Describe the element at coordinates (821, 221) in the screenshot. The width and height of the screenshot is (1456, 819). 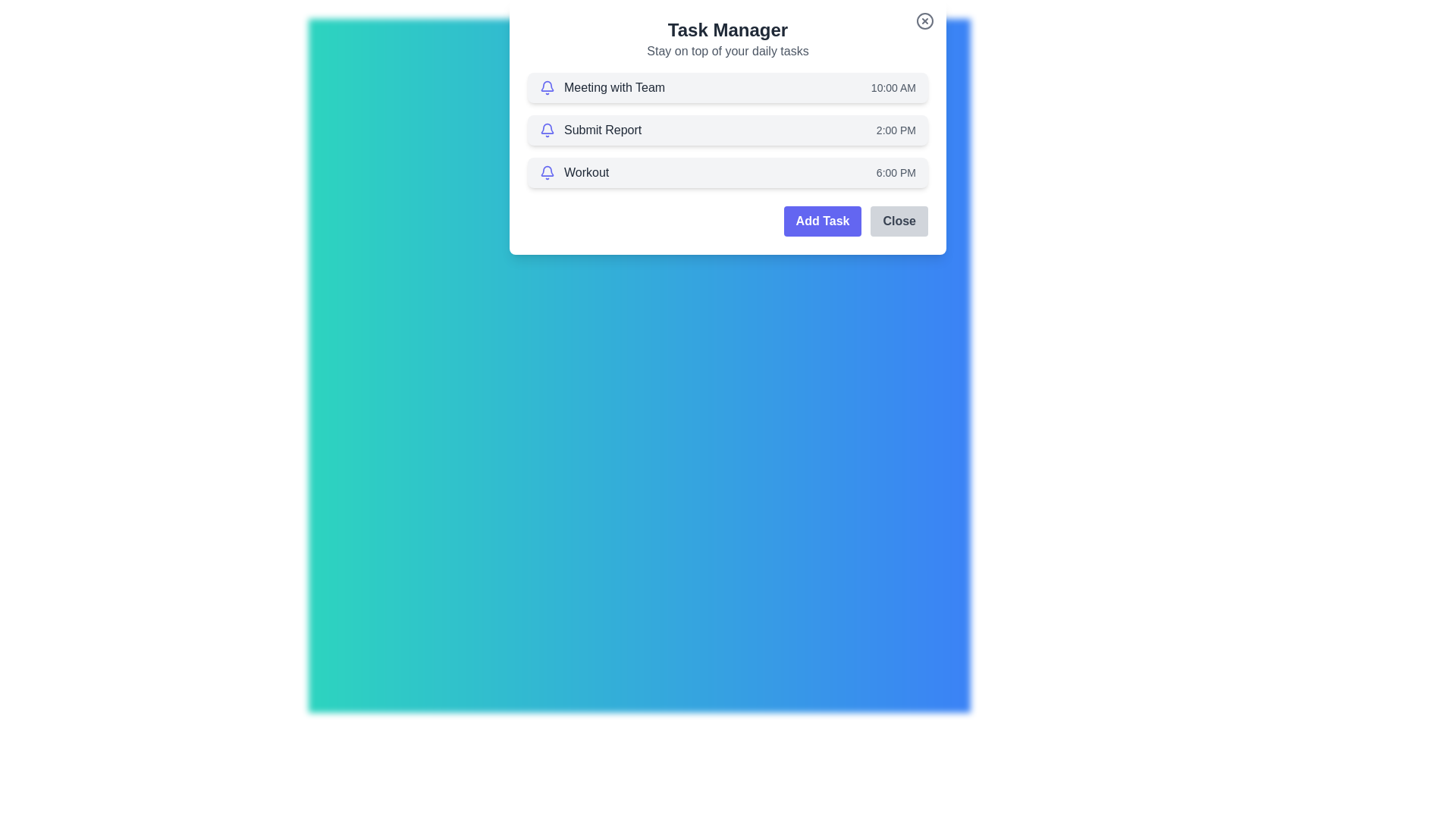
I see `the button with rounded corners that has a vibrant indigo-blue background and white bold text reading 'Add Task'` at that location.